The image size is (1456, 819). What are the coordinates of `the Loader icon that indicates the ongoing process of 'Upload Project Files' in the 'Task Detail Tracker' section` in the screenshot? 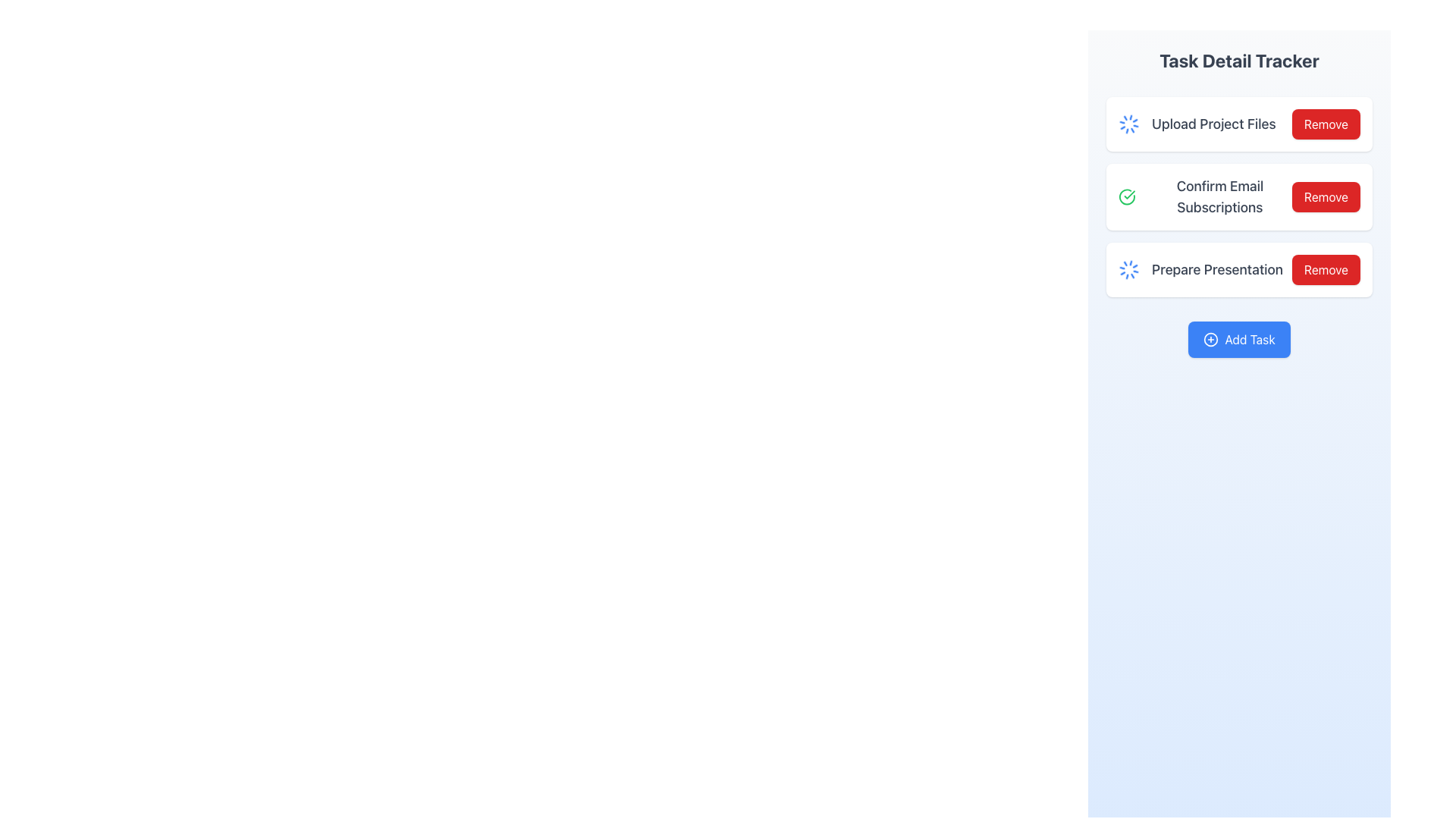 It's located at (1128, 124).